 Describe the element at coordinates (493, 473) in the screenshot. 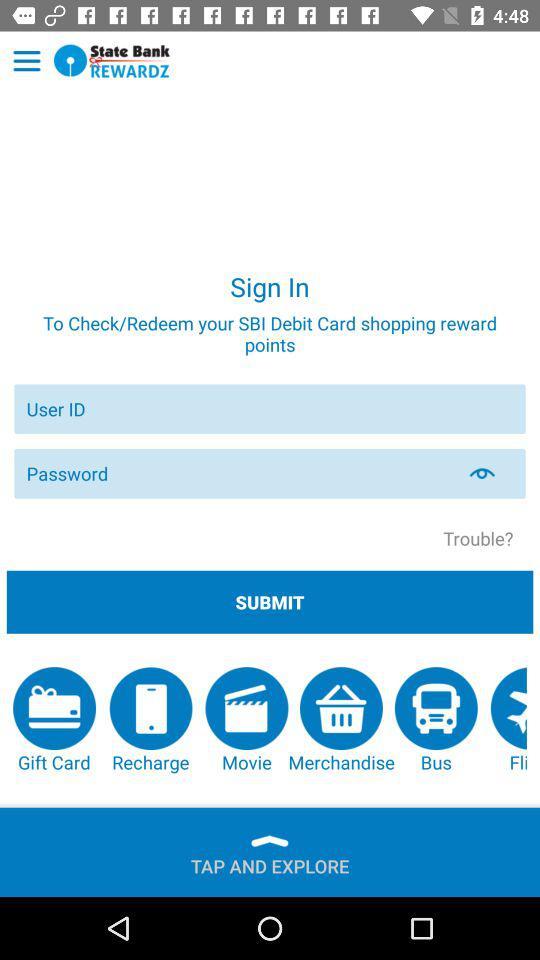

I see `icon above trouble? app` at that location.